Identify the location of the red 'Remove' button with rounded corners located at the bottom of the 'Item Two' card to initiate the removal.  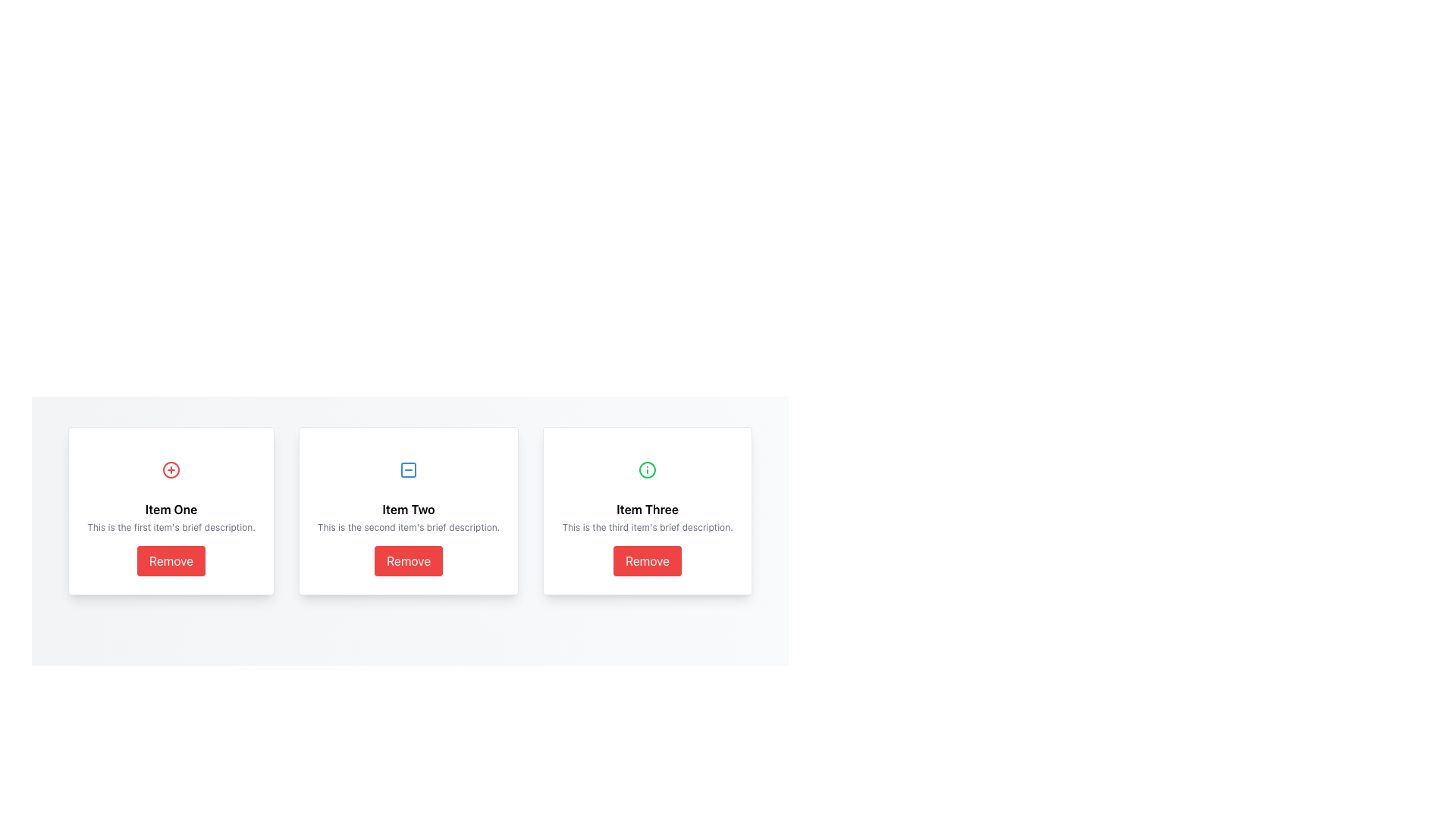
(409, 561).